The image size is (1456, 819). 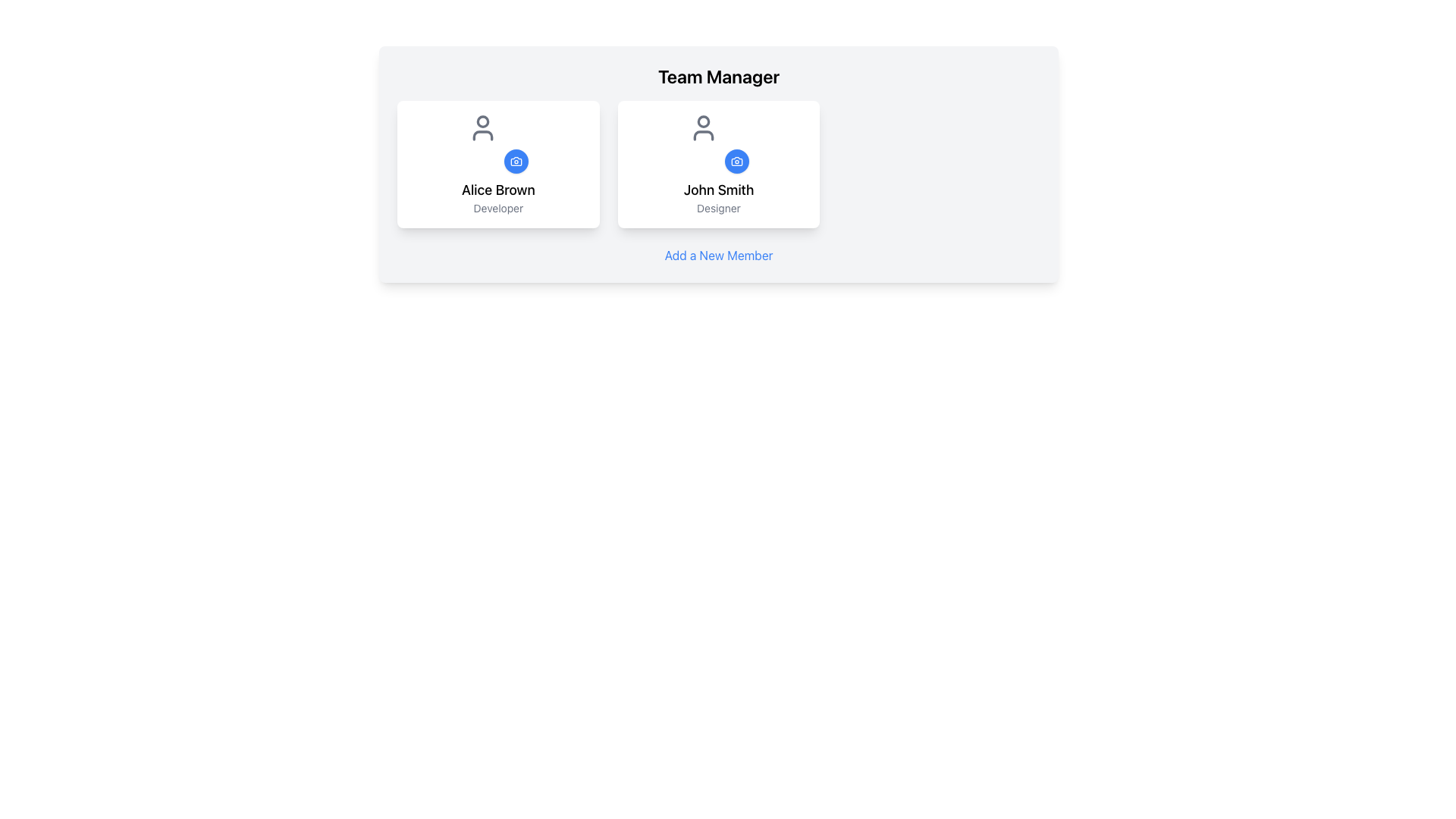 I want to click on the call-to-action textual link located at the bottom of the grid layout, below team members 'Alice Brown' and 'John Smith', to initiate the process of adding a new team member, so click(x=717, y=254).